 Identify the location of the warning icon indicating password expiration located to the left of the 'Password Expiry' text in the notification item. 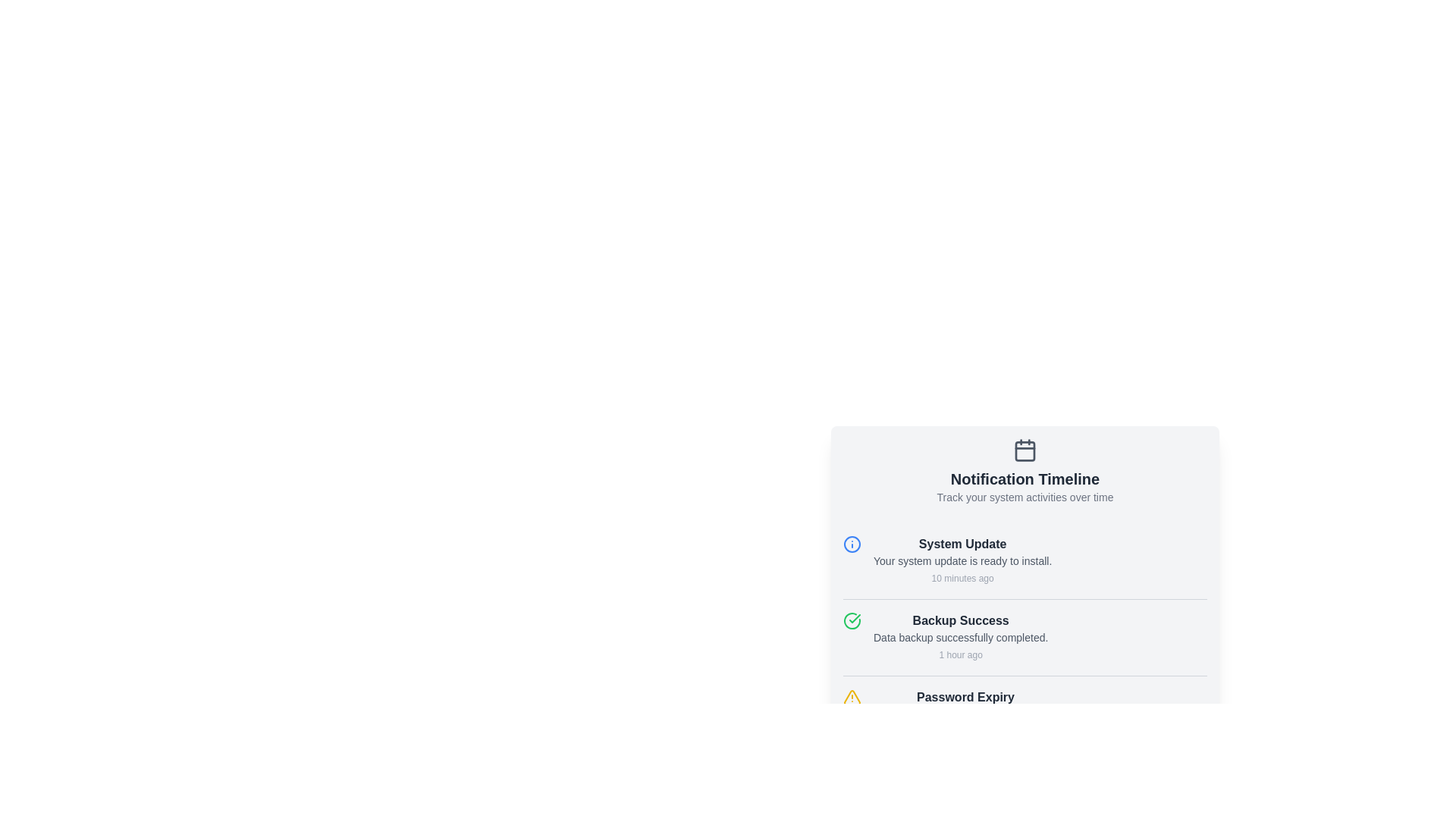
(852, 698).